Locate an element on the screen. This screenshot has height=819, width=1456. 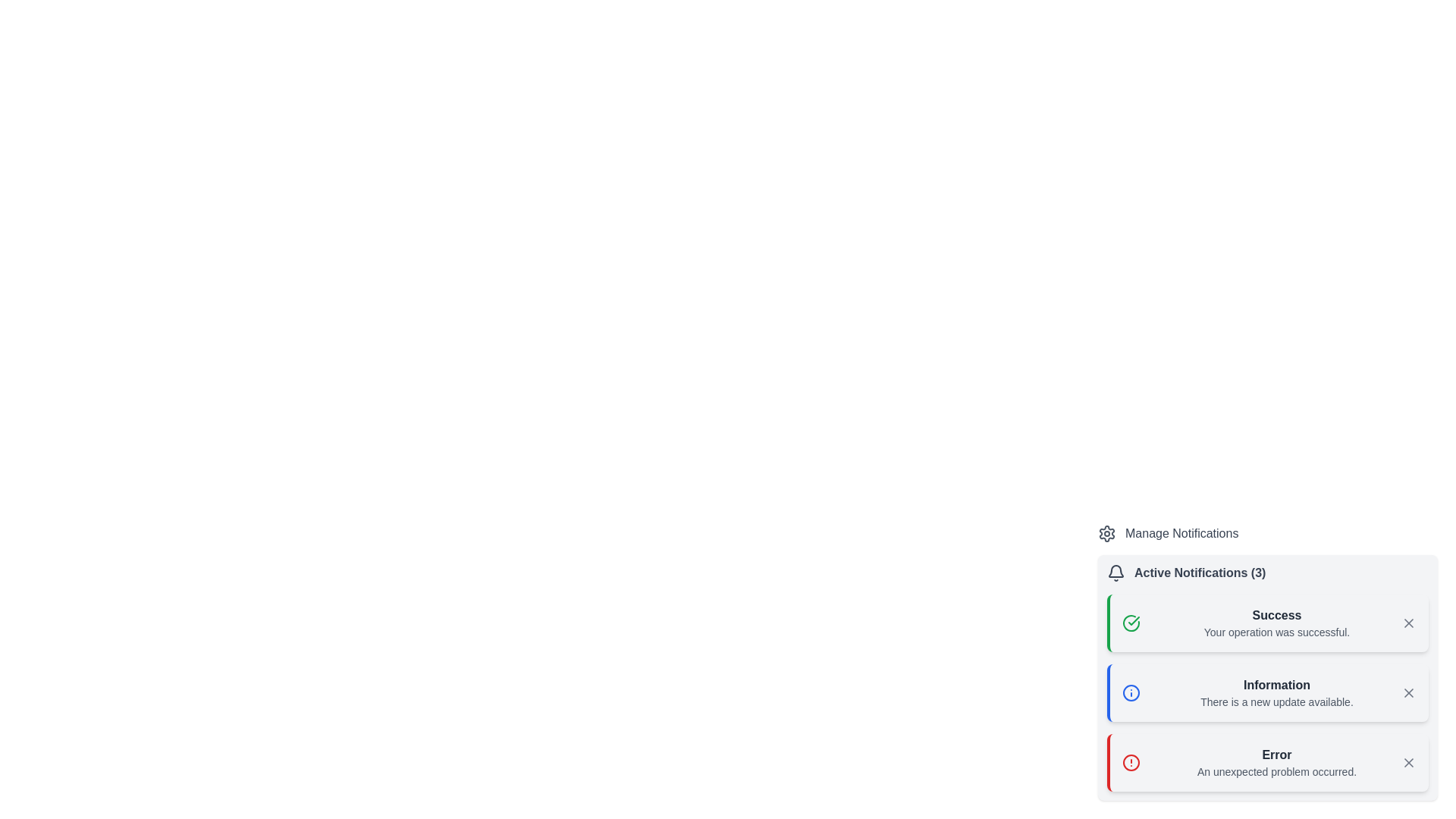
text label indicating the current count of active notifications, which is horizontally aligned with a bell icon on its left and located within a notification summary box near the upper part of the box is located at coordinates (1199, 573).